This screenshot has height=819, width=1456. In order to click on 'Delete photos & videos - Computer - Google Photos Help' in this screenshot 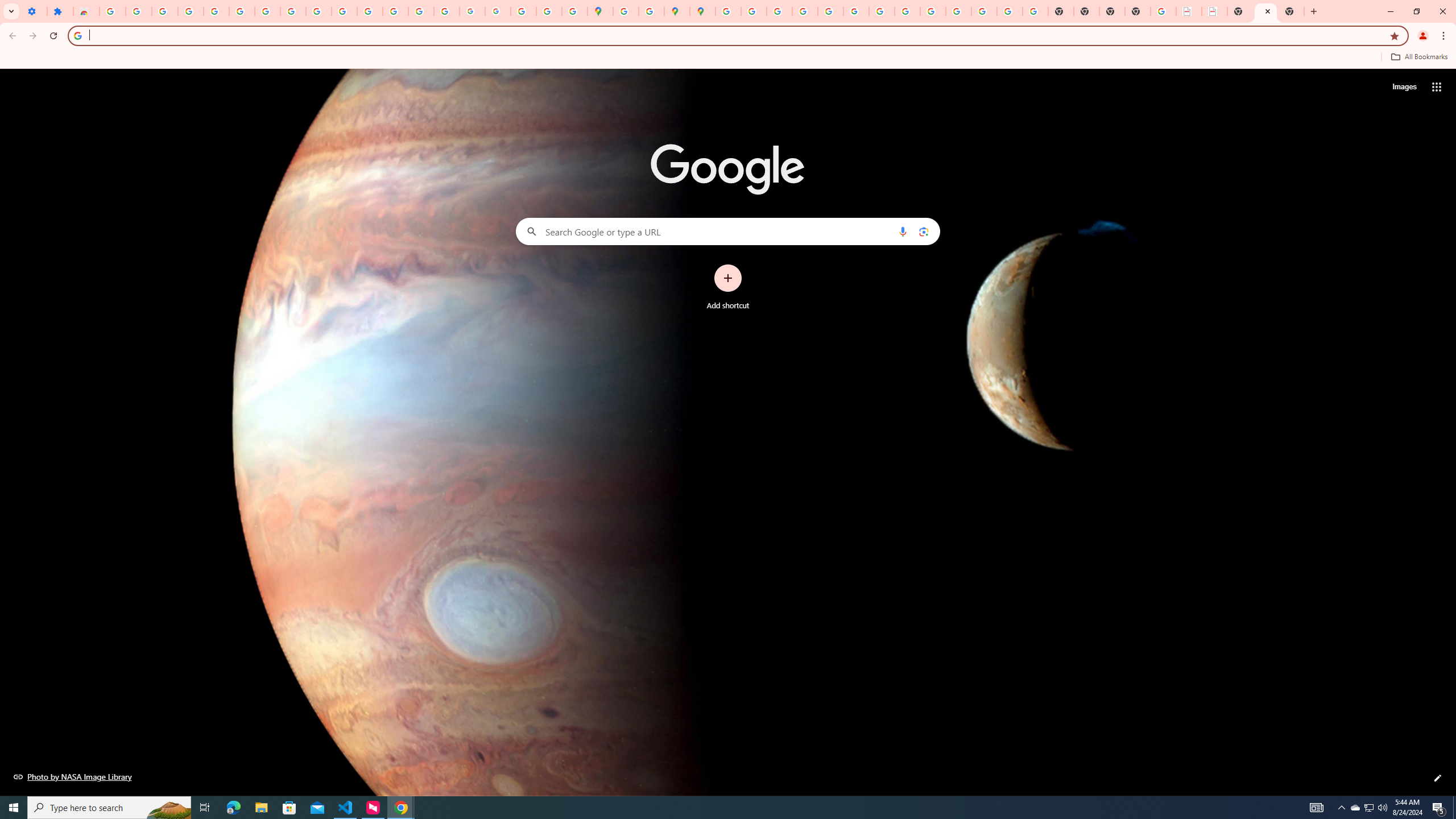, I will do `click(164, 11)`.